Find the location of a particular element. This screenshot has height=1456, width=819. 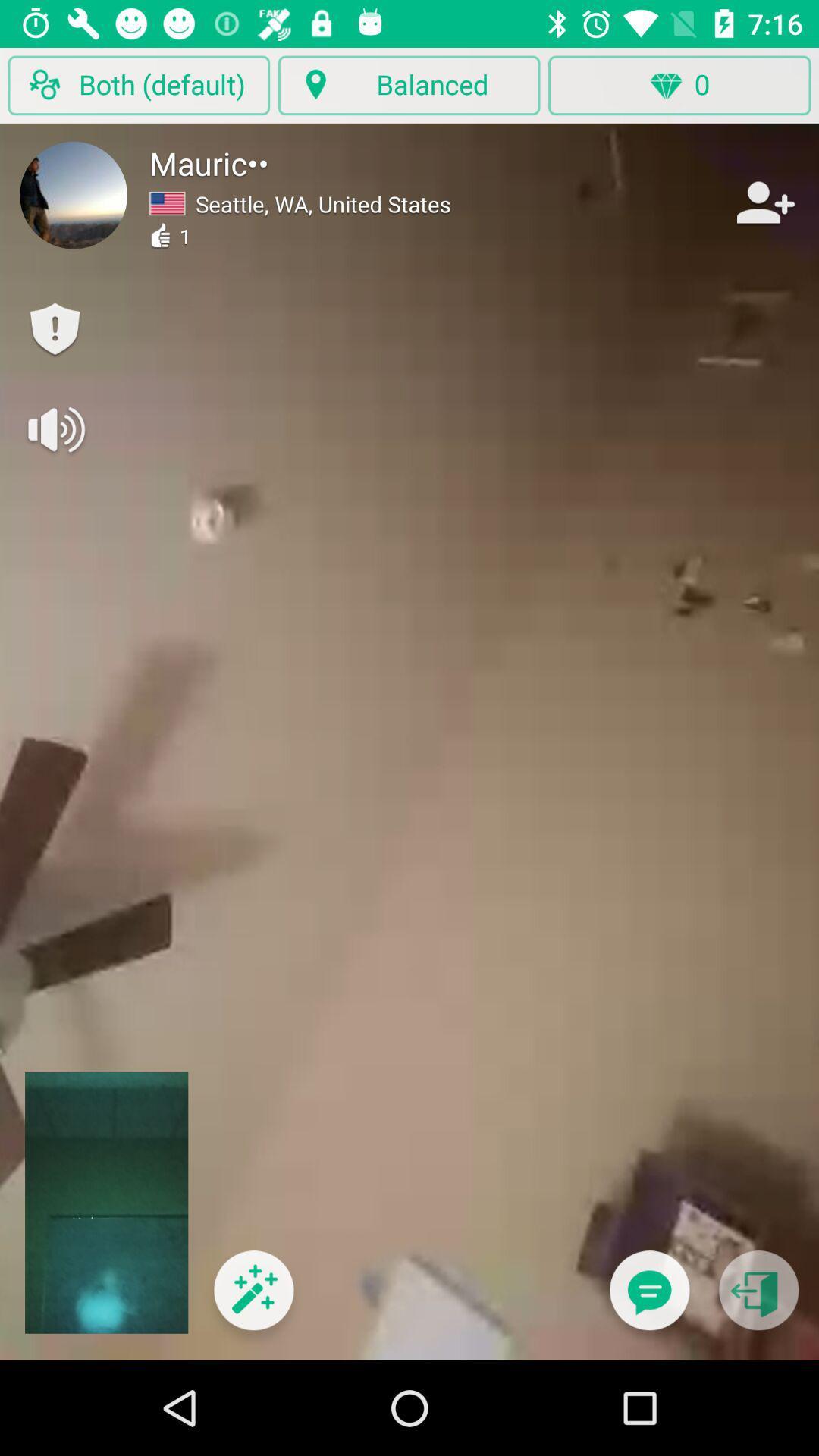

the item below seattle wa united icon is located at coordinates (253, 1299).